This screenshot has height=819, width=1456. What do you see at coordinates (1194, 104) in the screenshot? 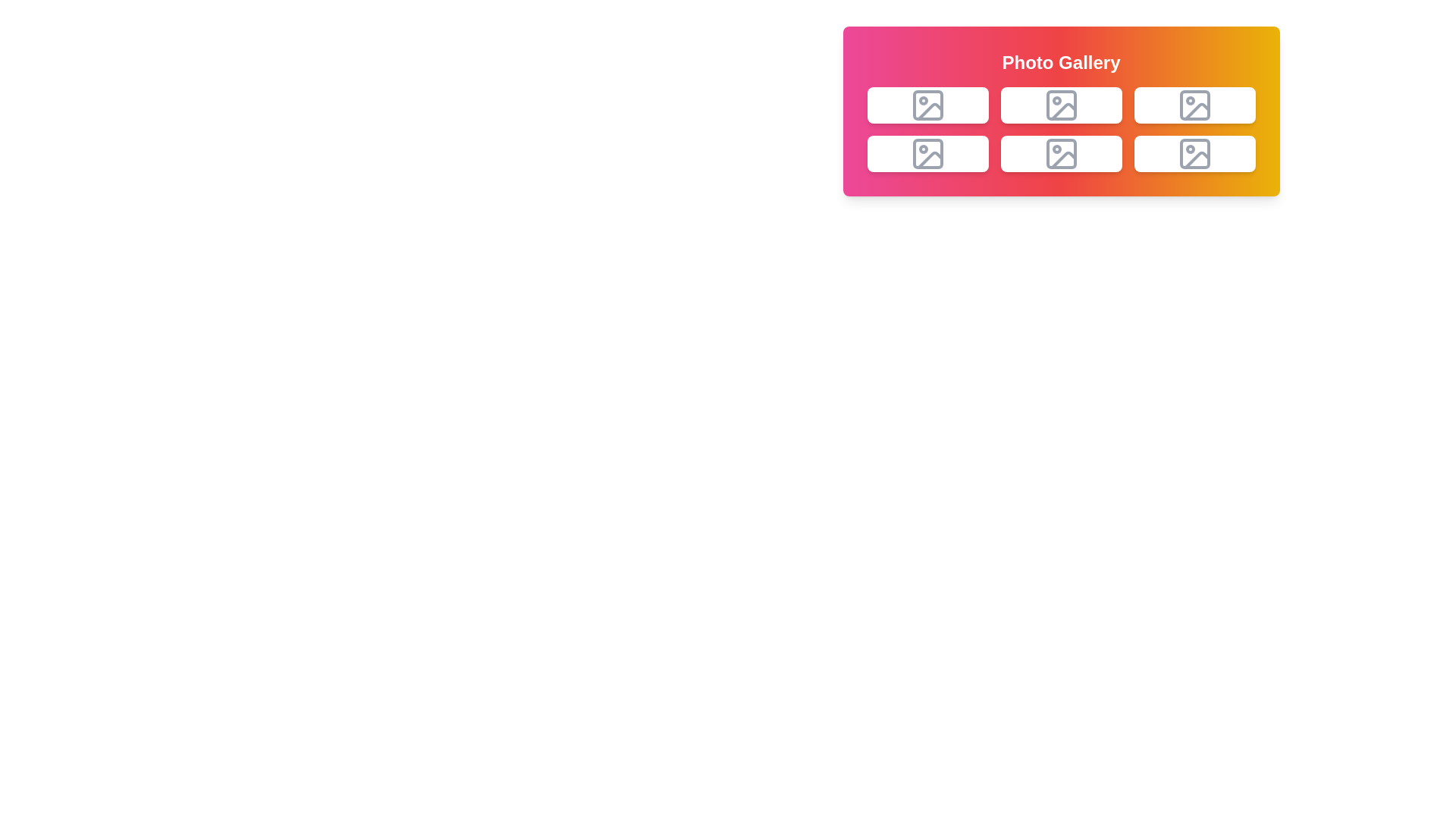
I see `the interactive tile with a white background and rounded corners located` at bounding box center [1194, 104].